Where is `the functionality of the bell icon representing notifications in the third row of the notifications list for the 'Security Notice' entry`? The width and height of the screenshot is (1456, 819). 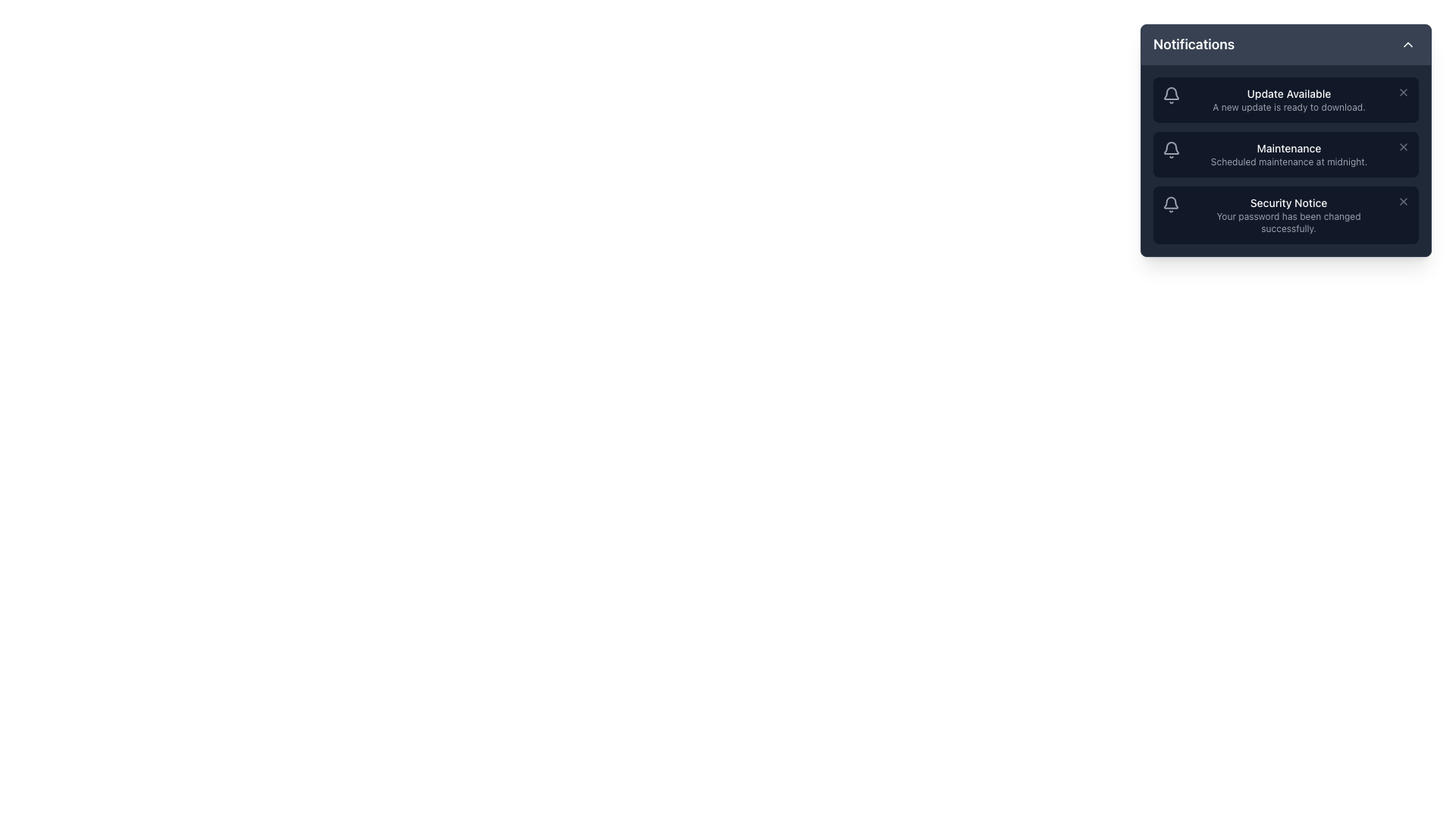
the functionality of the bell icon representing notifications in the third row of the notifications list for the 'Security Notice' entry is located at coordinates (1170, 202).